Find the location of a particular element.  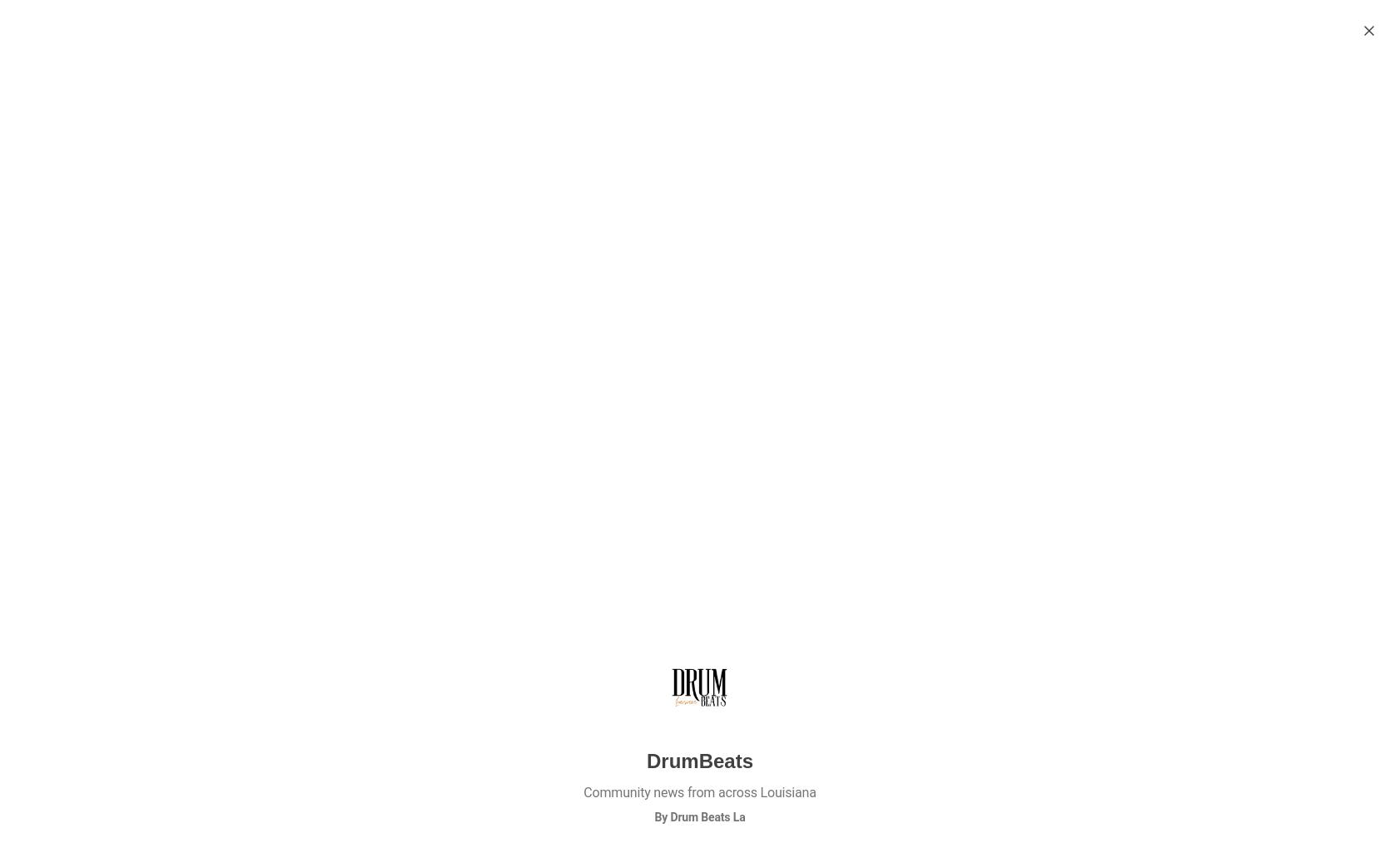

'Community news from across Louisiana' is located at coordinates (699, 791).